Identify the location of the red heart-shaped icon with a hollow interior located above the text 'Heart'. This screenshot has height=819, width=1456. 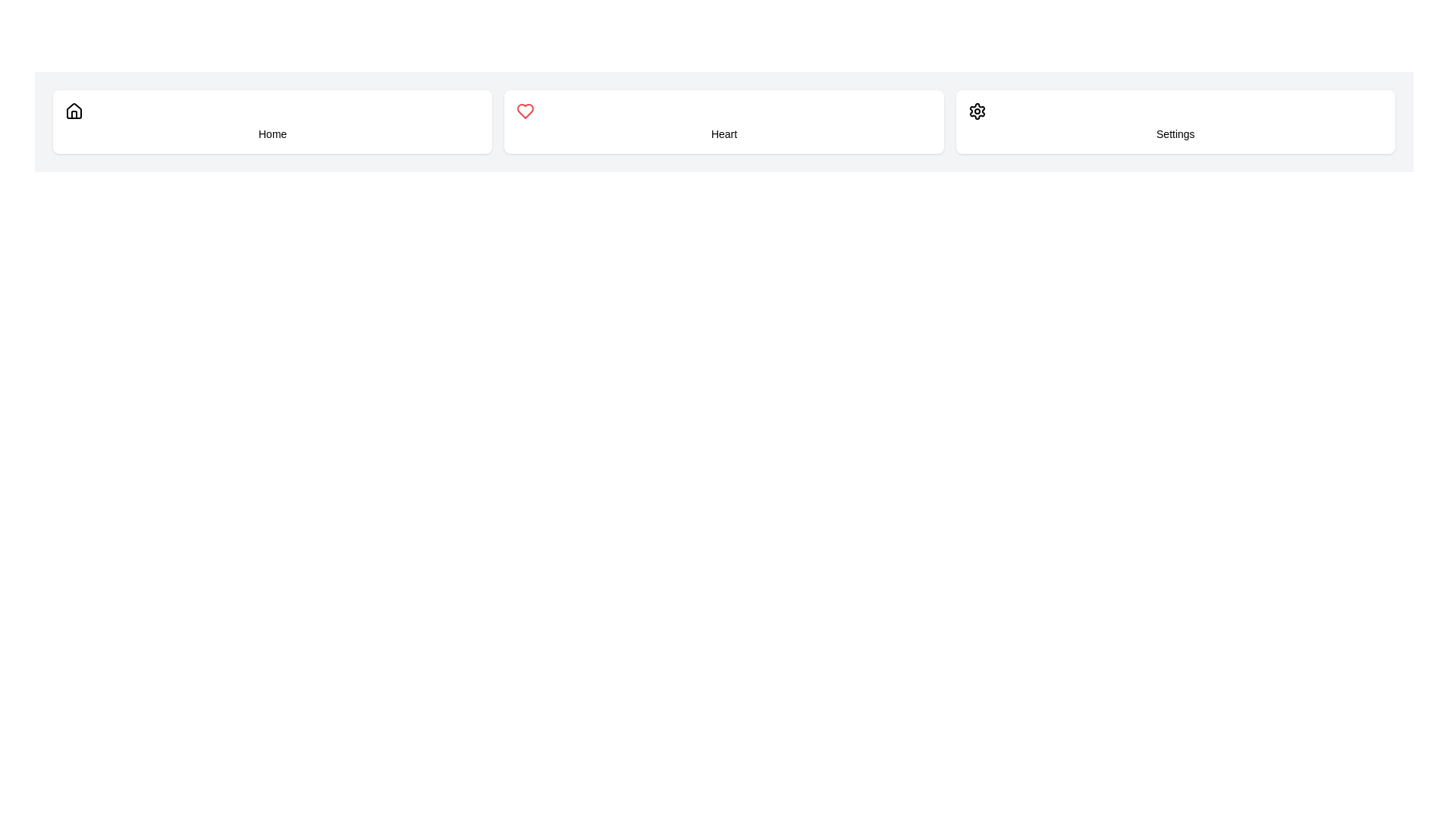
(526, 110).